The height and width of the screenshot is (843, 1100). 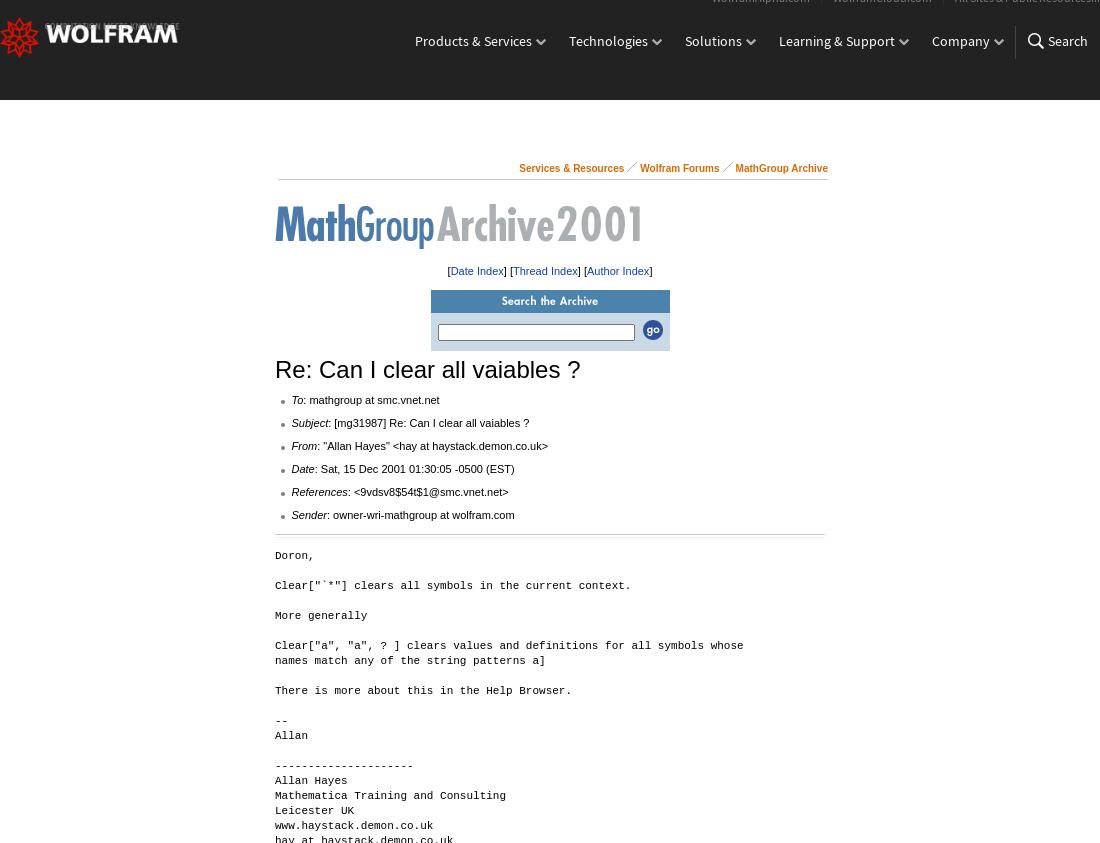 I want to click on 'Wolfram Forums', so click(x=679, y=168).